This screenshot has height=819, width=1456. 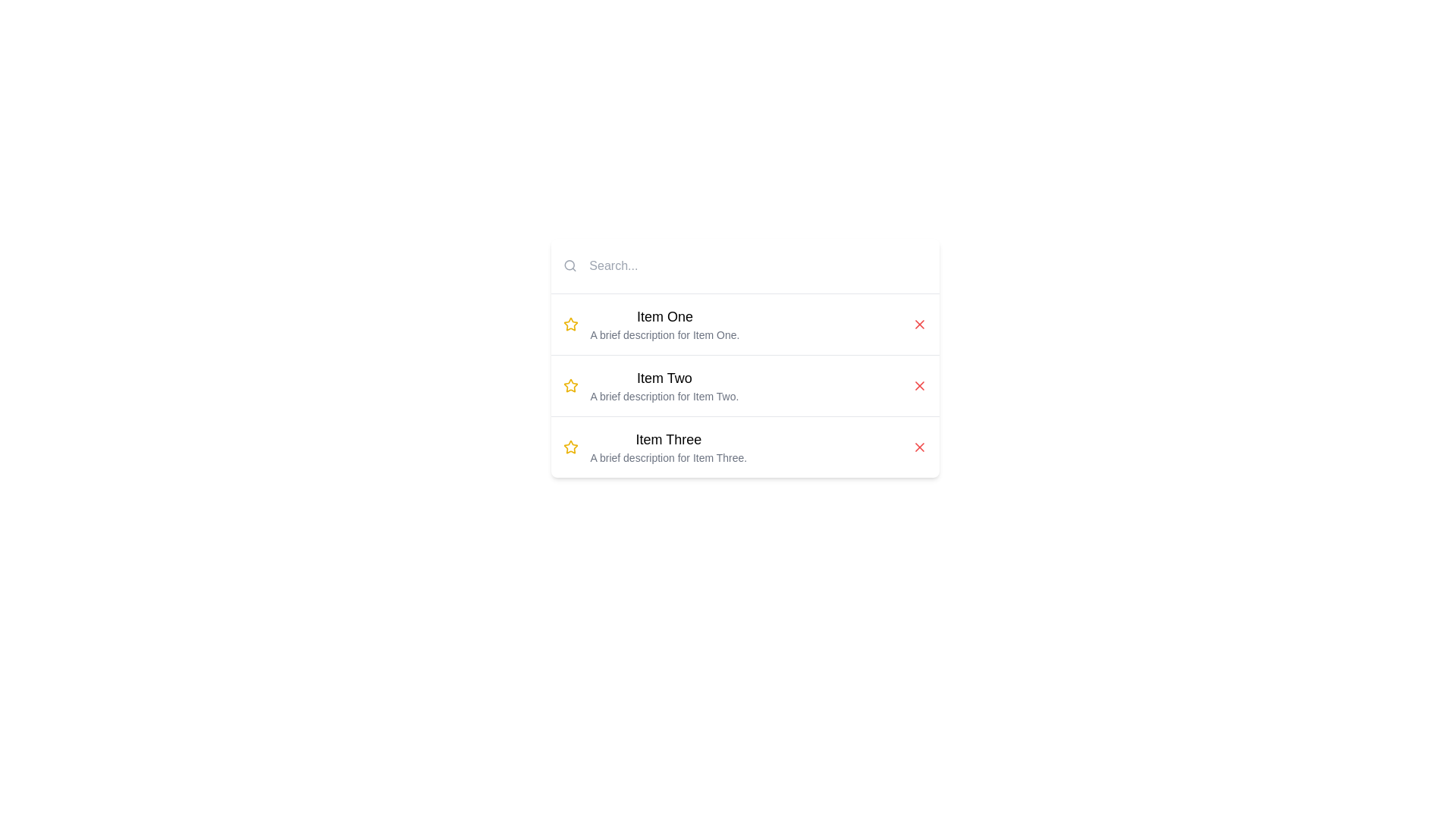 I want to click on the star icon associated with 'Item Three', so click(x=570, y=447).